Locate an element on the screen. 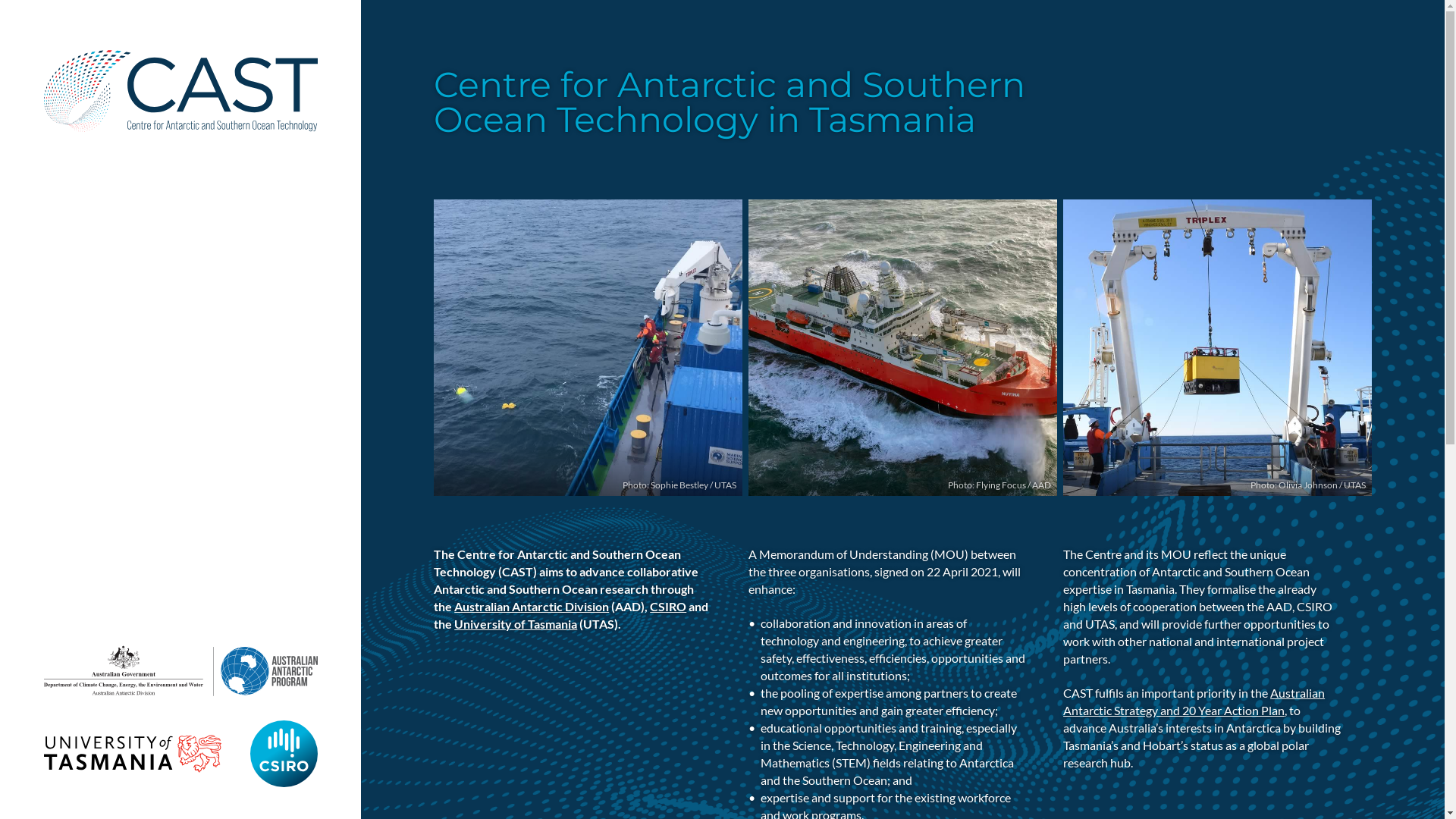 The width and height of the screenshot is (1456, 819). 'Australian Antarctic Division' is located at coordinates (531, 605).